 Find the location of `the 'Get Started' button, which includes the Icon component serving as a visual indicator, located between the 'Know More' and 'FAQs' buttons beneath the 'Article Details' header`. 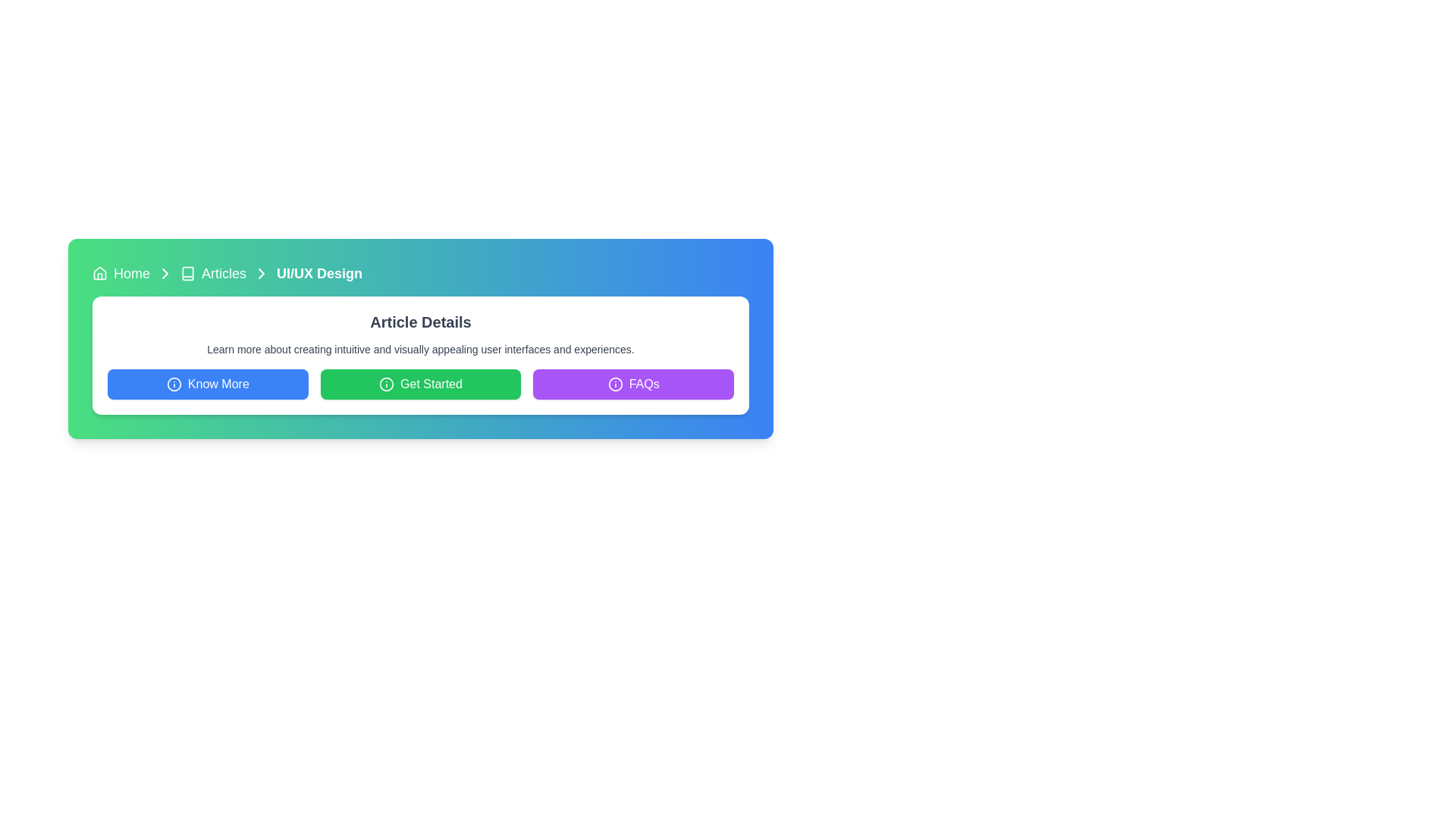

the 'Get Started' button, which includes the Icon component serving as a visual indicator, located between the 'Know More' and 'FAQs' buttons beneath the 'Article Details' header is located at coordinates (387, 383).